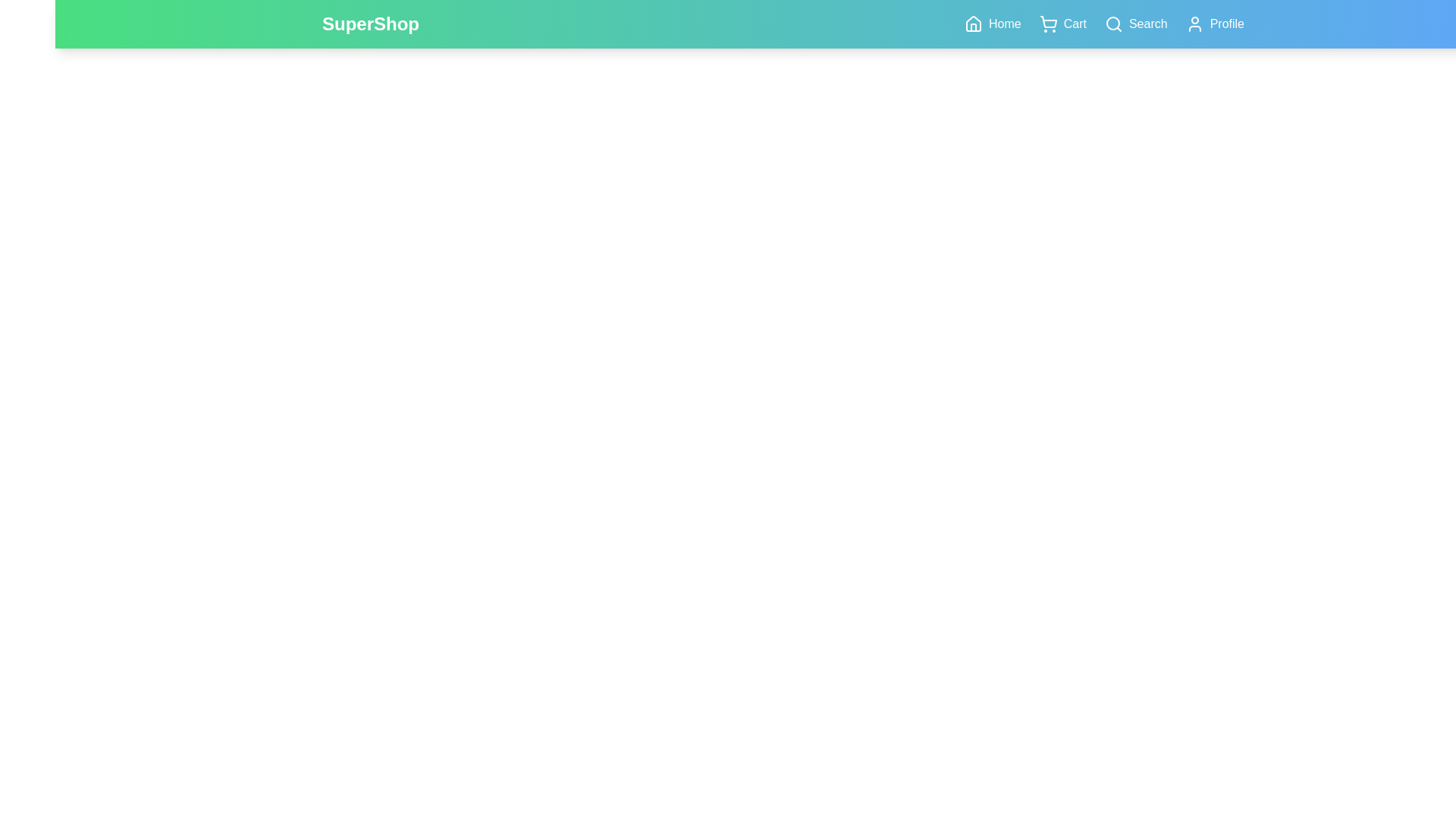 The width and height of the screenshot is (1456, 819). Describe the element at coordinates (1062, 24) in the screenshot. I see `the shopping cart icon with the text 'Cart' in the navigation bar` at that location.